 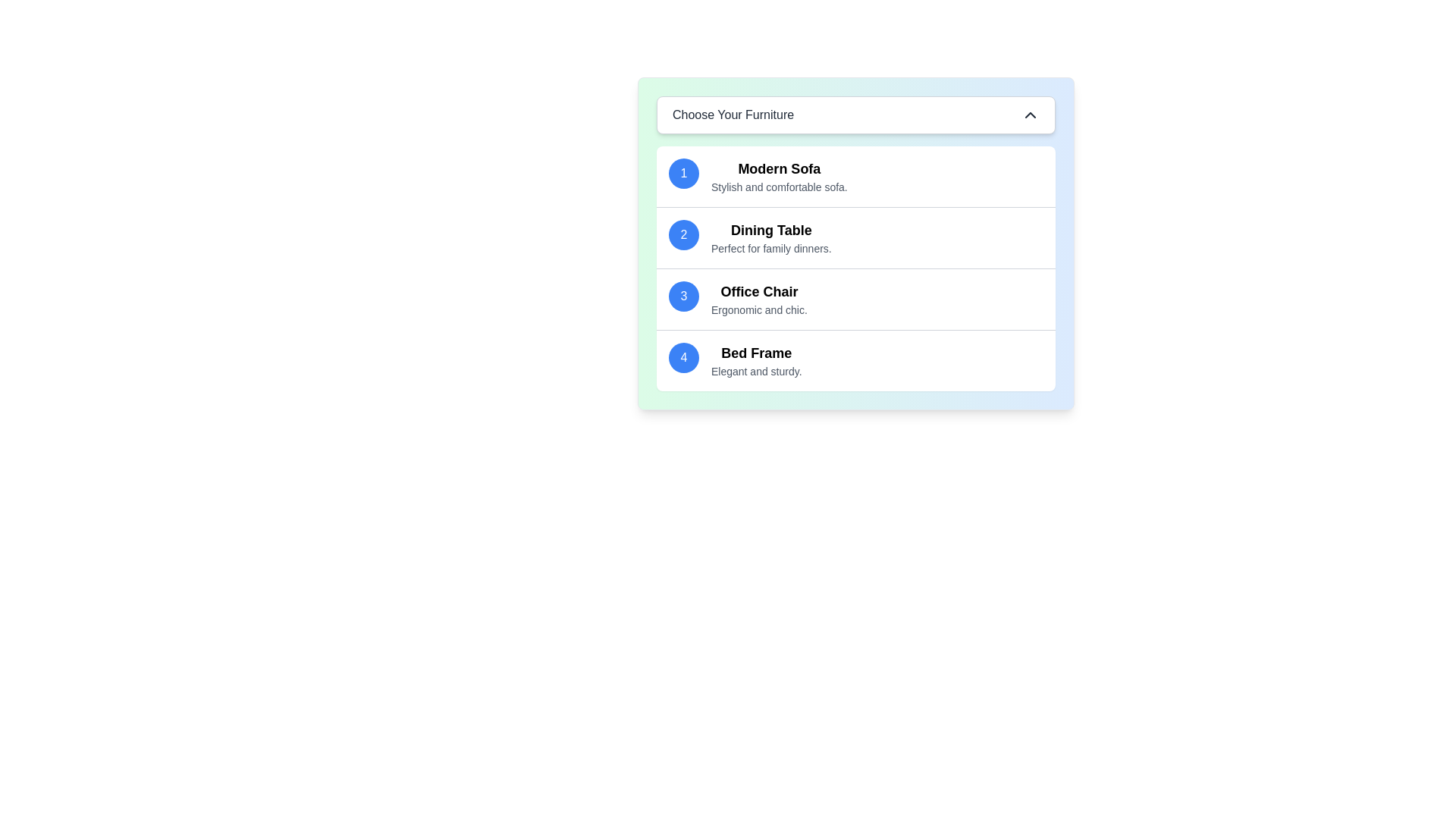 I want to click on the second list item with the bold title 'Dining Table' to trigger the hover effect, so click(x=855, y=237).